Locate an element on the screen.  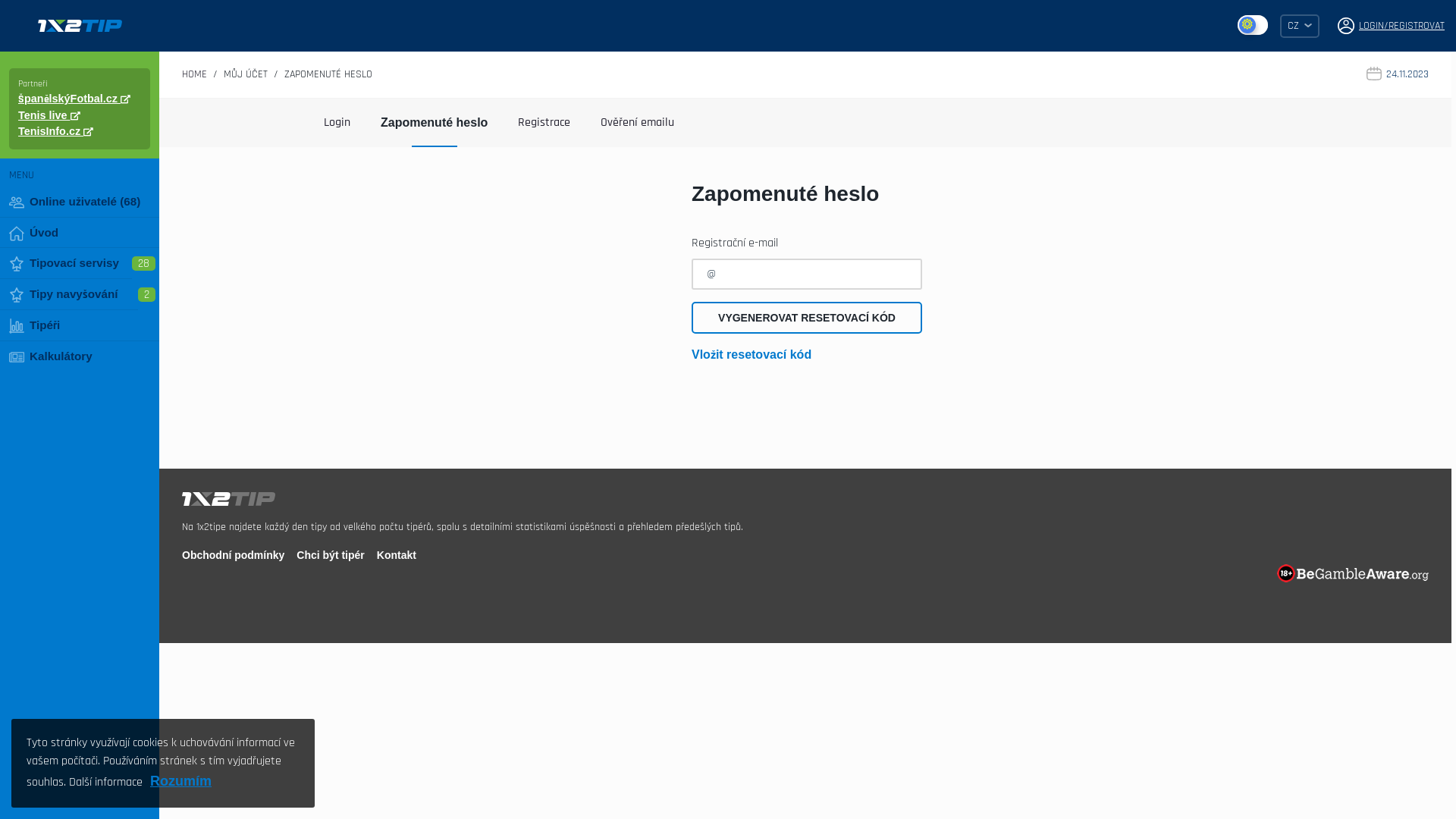
'REGISTROVAT' is located at coordinates (1415, 26).